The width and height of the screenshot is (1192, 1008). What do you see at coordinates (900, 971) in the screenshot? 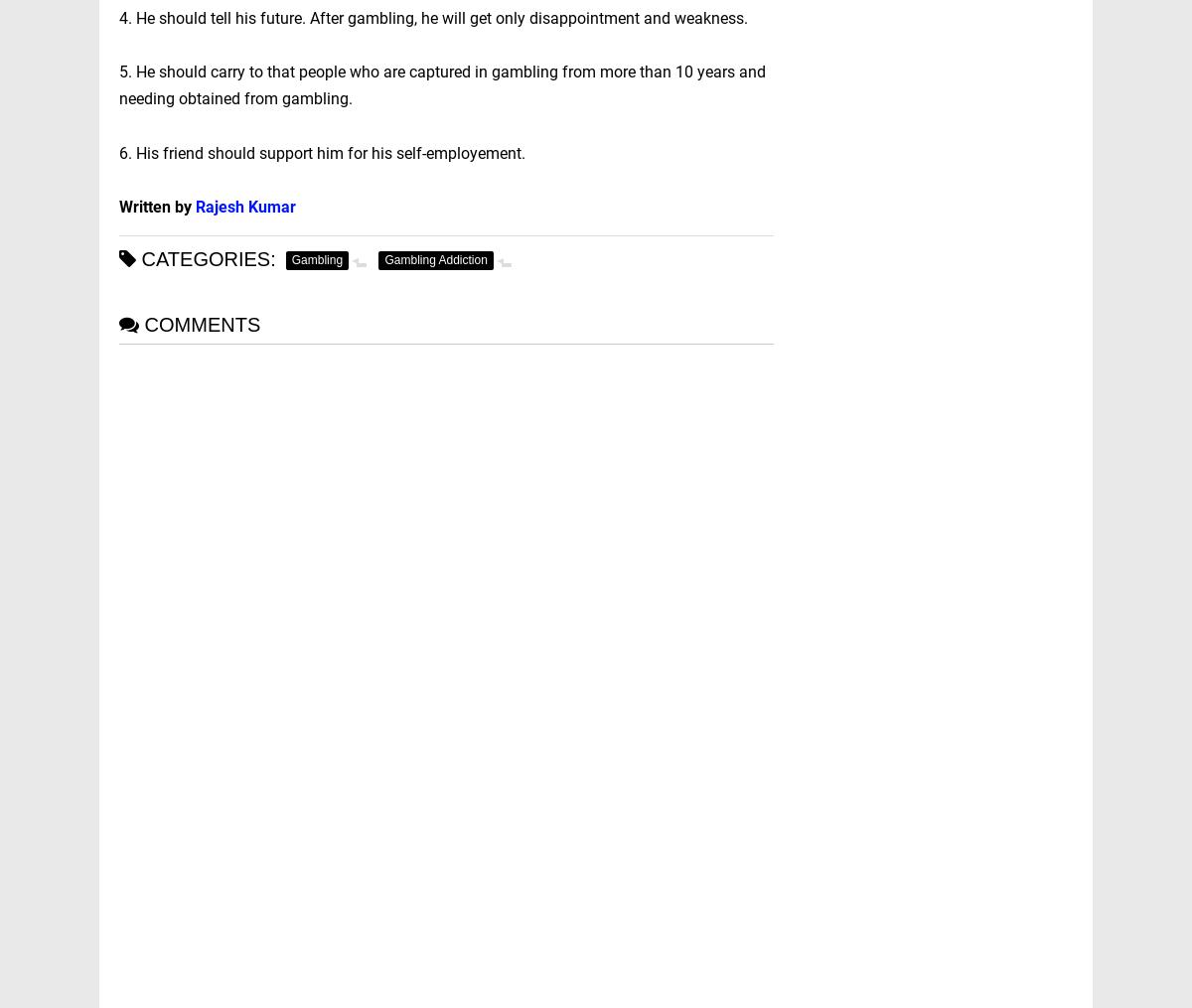
I see `'Corporate Law'` at bounding box center [900, 971].